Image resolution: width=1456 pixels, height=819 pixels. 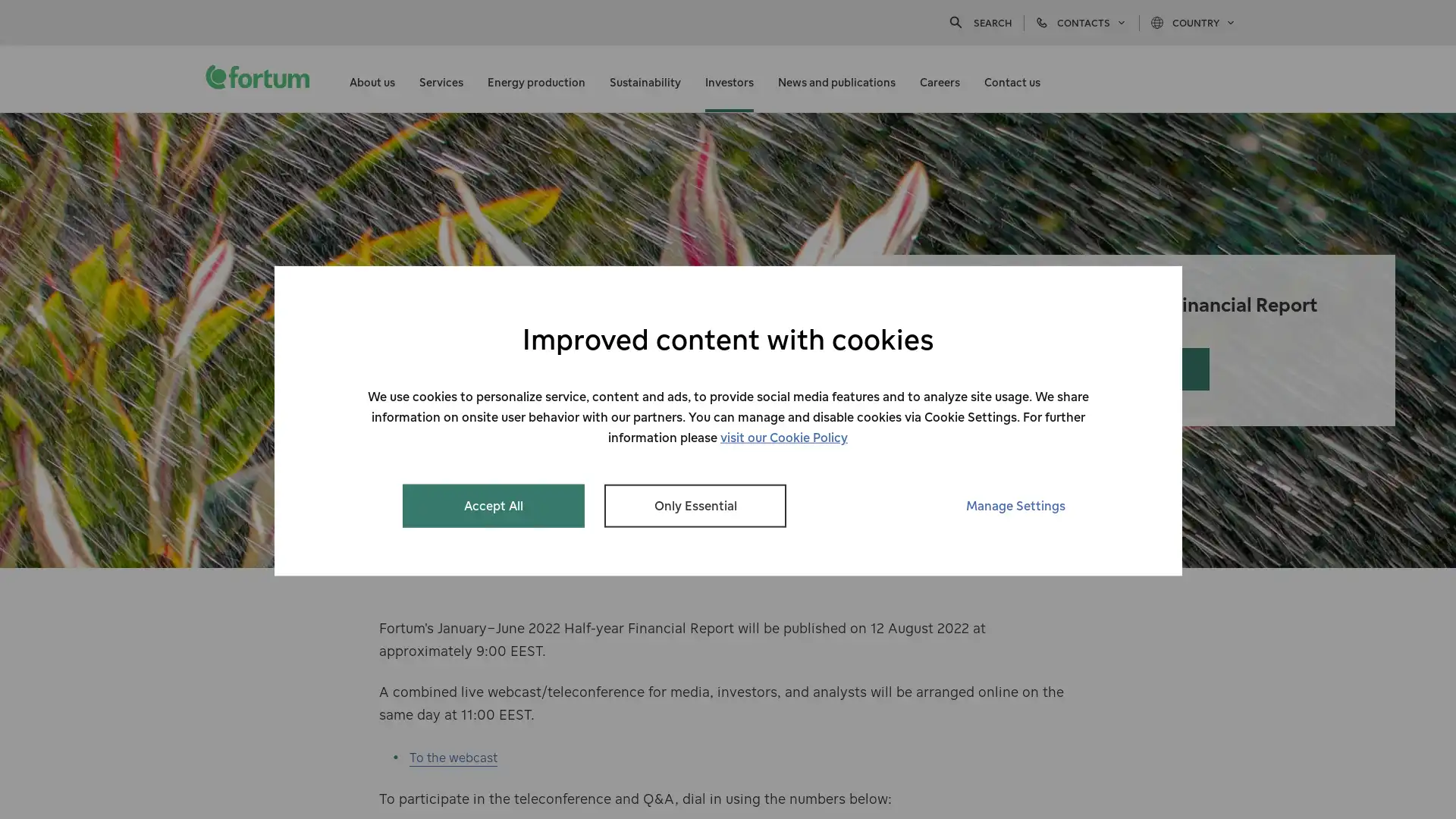 I want to click on Energy production, so click(x=536, y=79).